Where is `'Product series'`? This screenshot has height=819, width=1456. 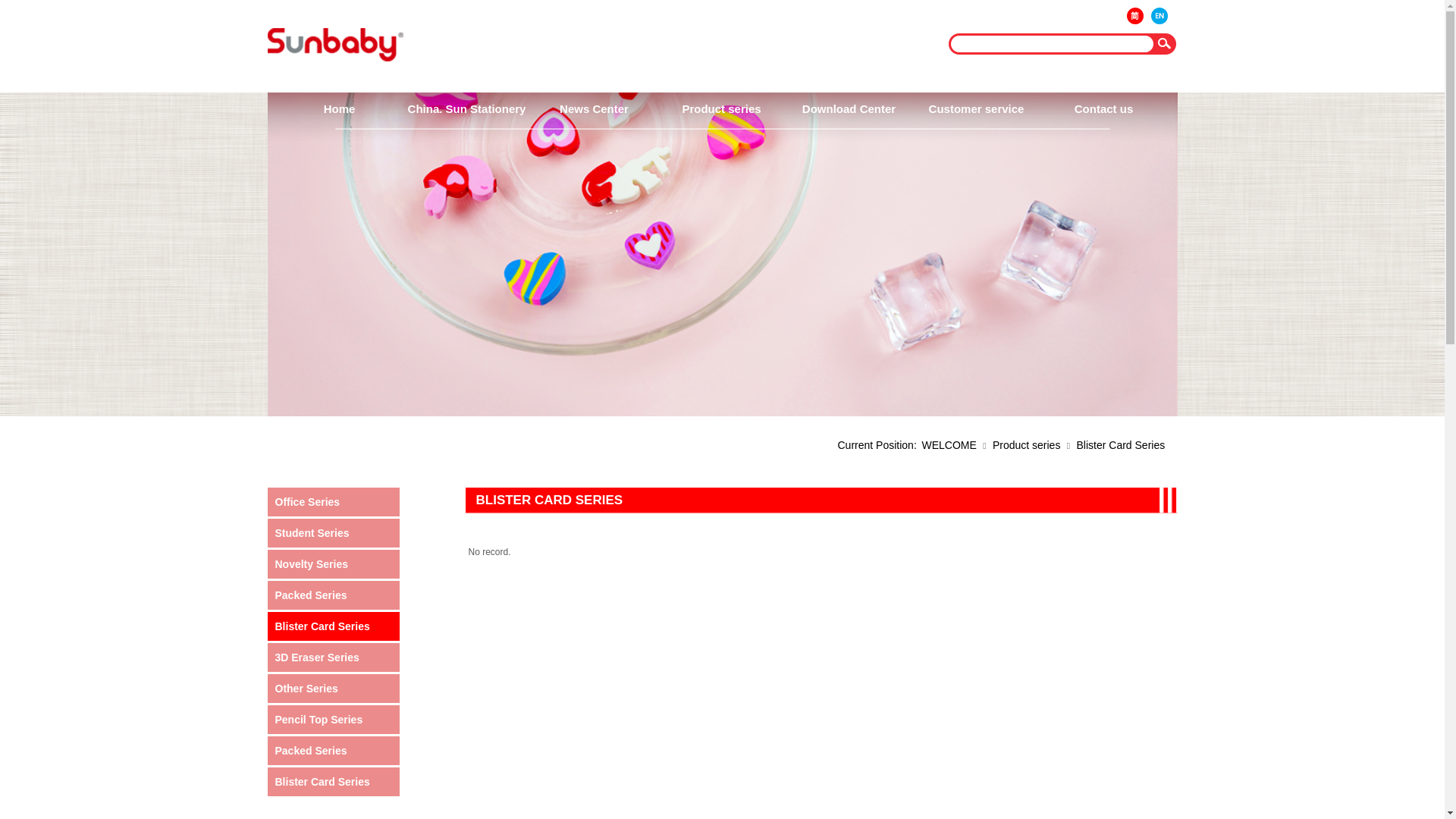 'Product series' is located at coordinates (720, 108).